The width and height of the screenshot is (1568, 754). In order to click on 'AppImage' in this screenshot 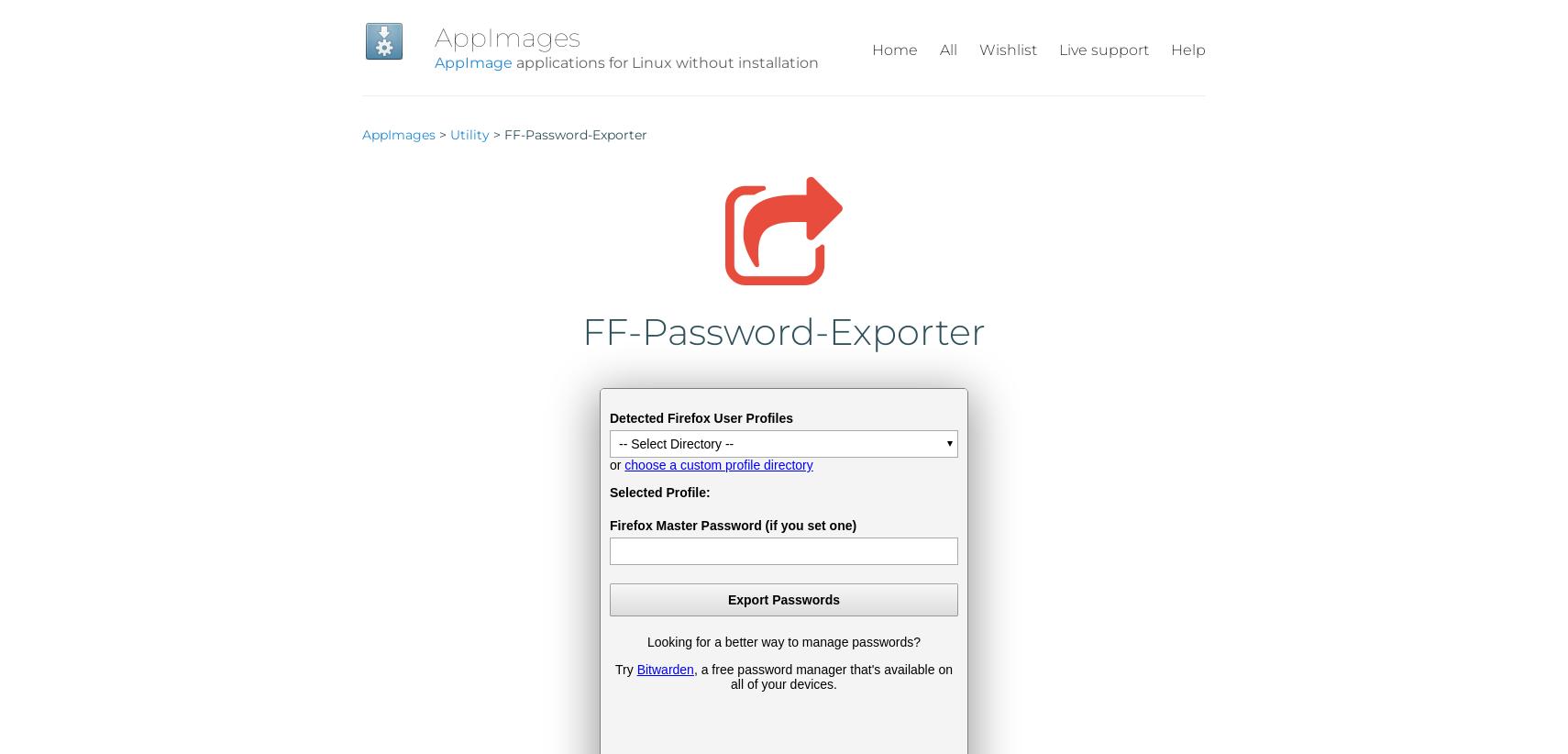, I will do `click(473, 62)`.